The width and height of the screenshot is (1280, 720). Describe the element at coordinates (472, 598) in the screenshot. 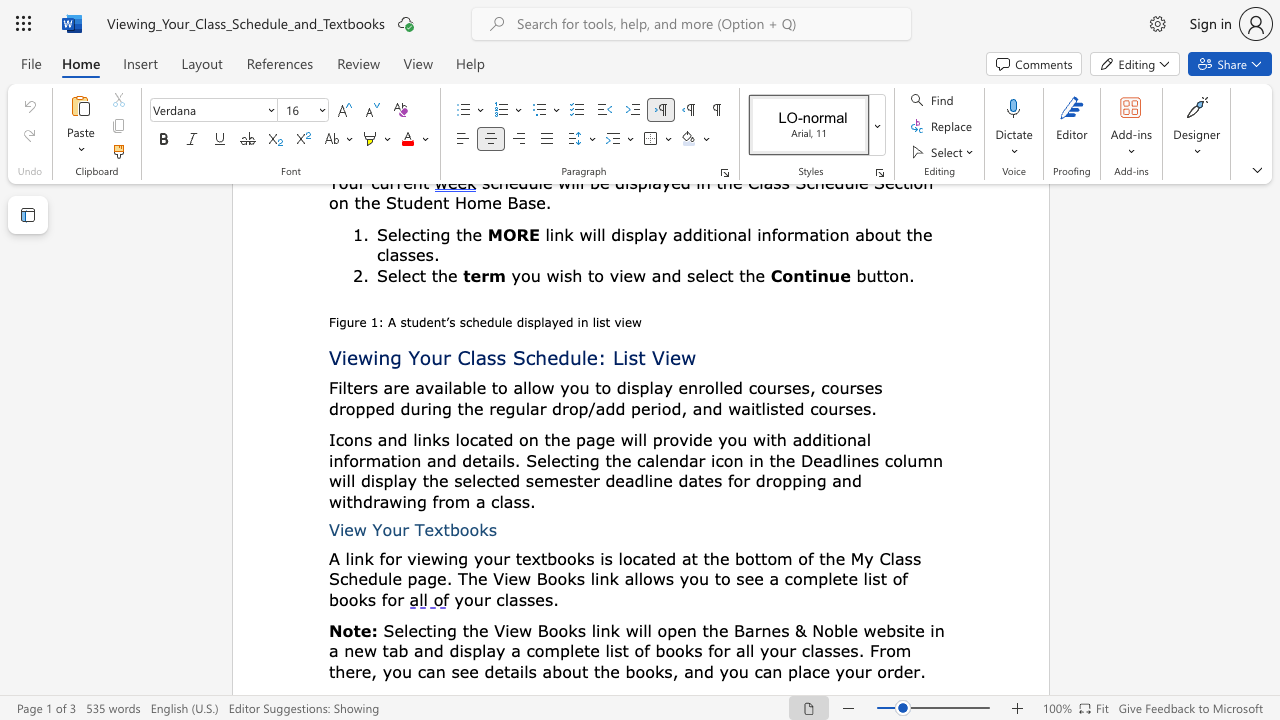

I see `the subset text "ur" within the text "your classes."` at that location.